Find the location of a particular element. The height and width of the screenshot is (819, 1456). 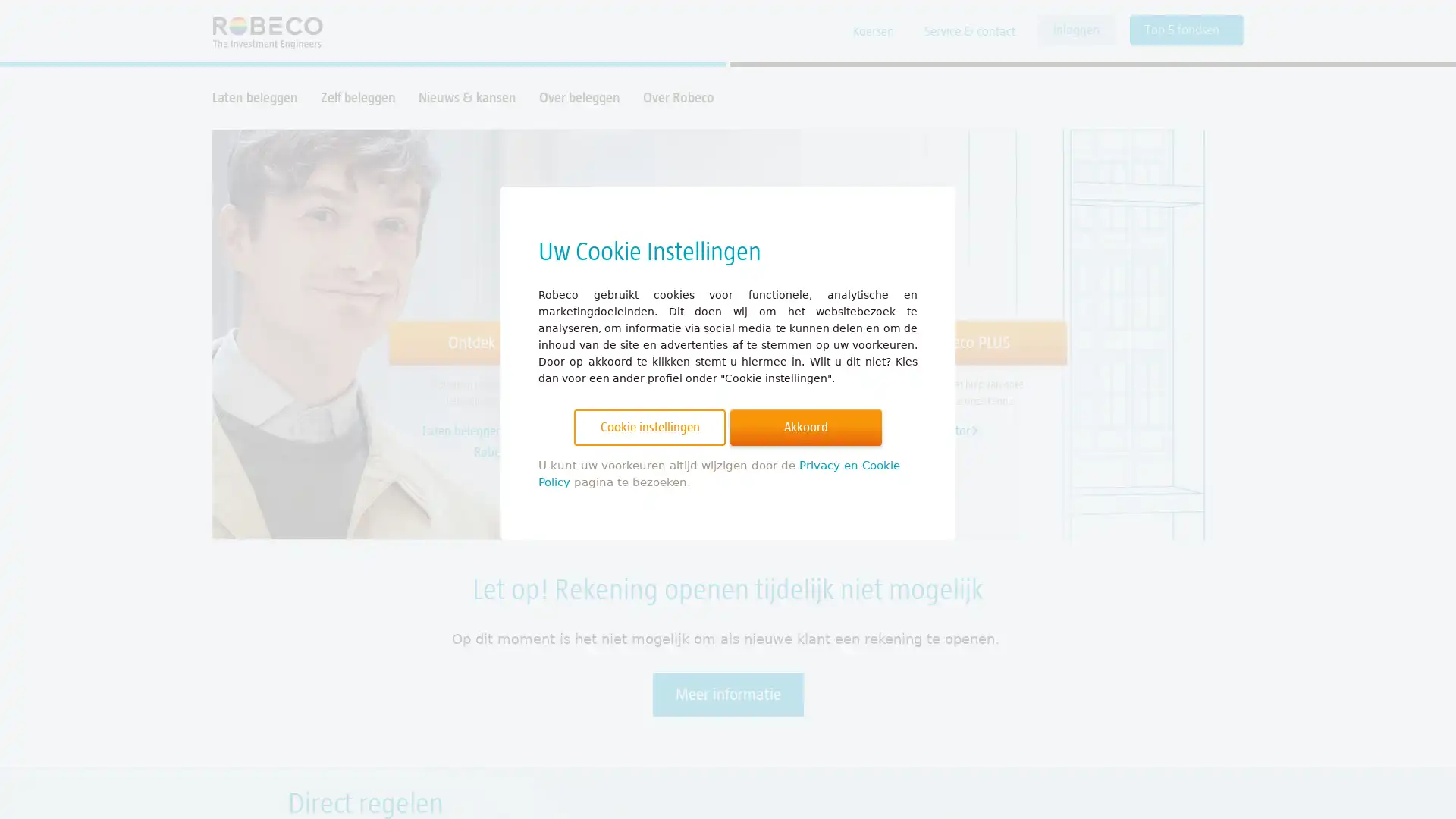

Robeco logo is located at coordinates (260, 31).